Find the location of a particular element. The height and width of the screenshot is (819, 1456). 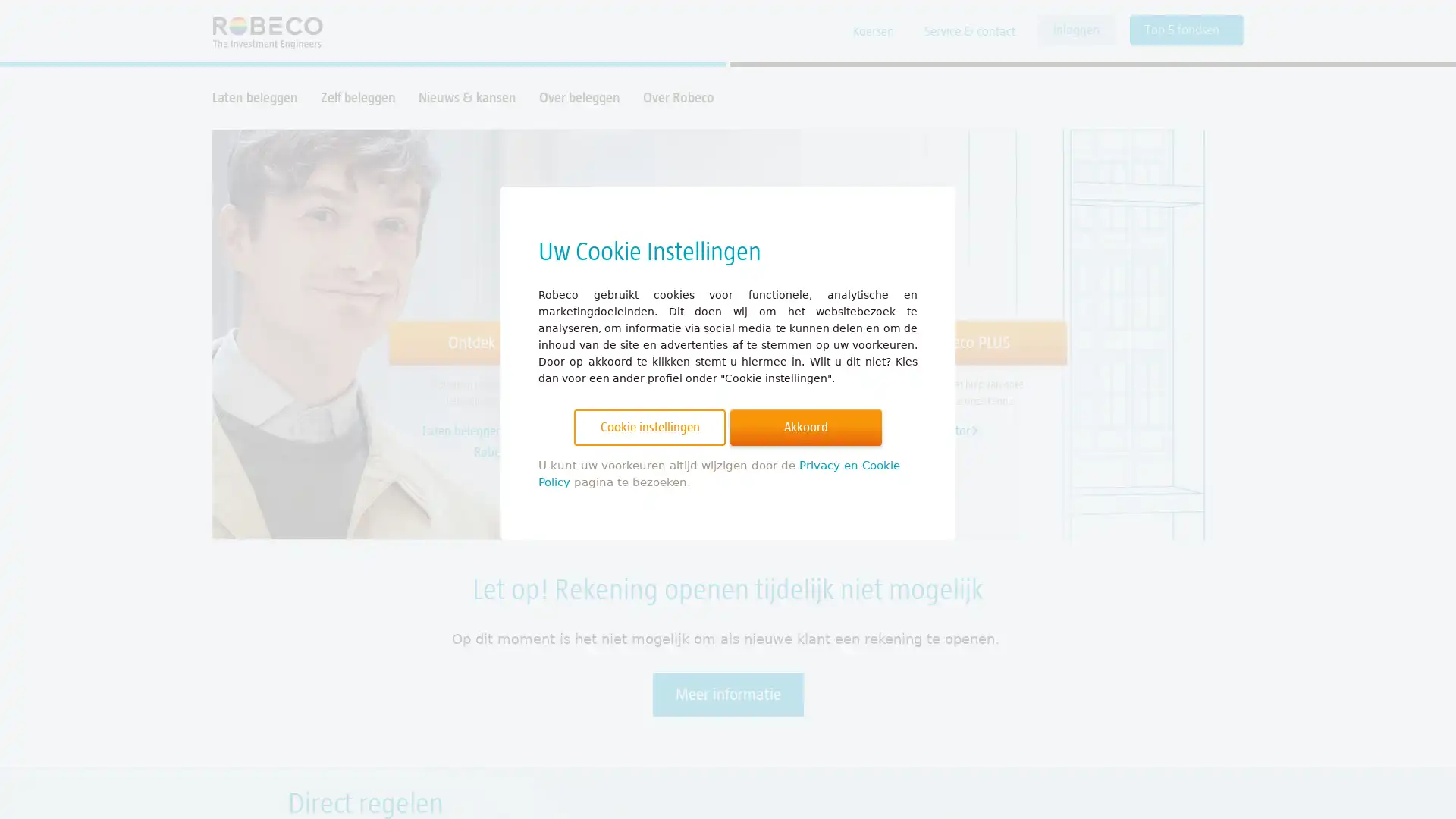

Robeco logo is located at coordinates (260, 31).